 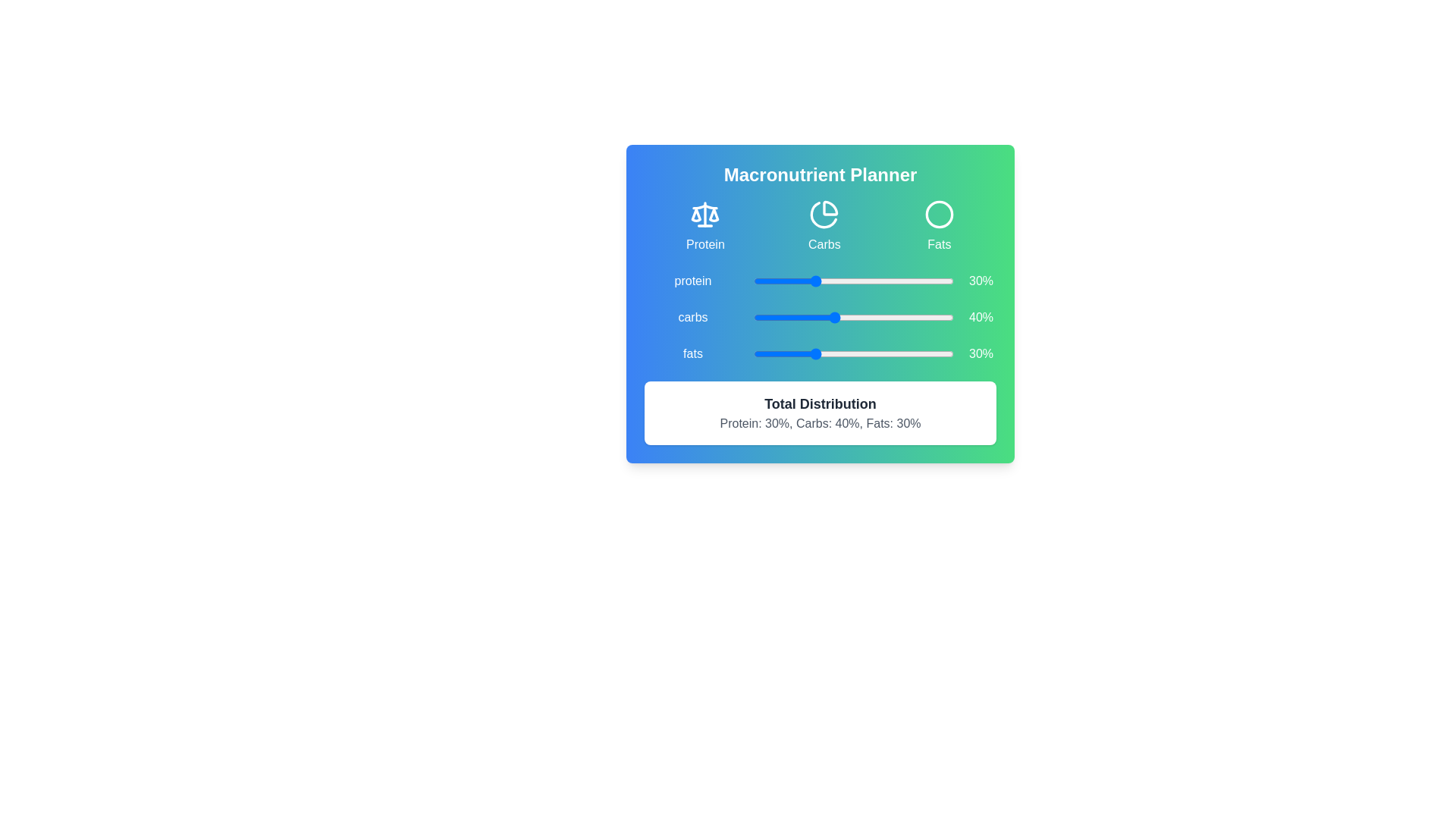 I want to click on the teal curved line segment of the pie chart representing the 'Carbs' section, so click(x=830, y=208).